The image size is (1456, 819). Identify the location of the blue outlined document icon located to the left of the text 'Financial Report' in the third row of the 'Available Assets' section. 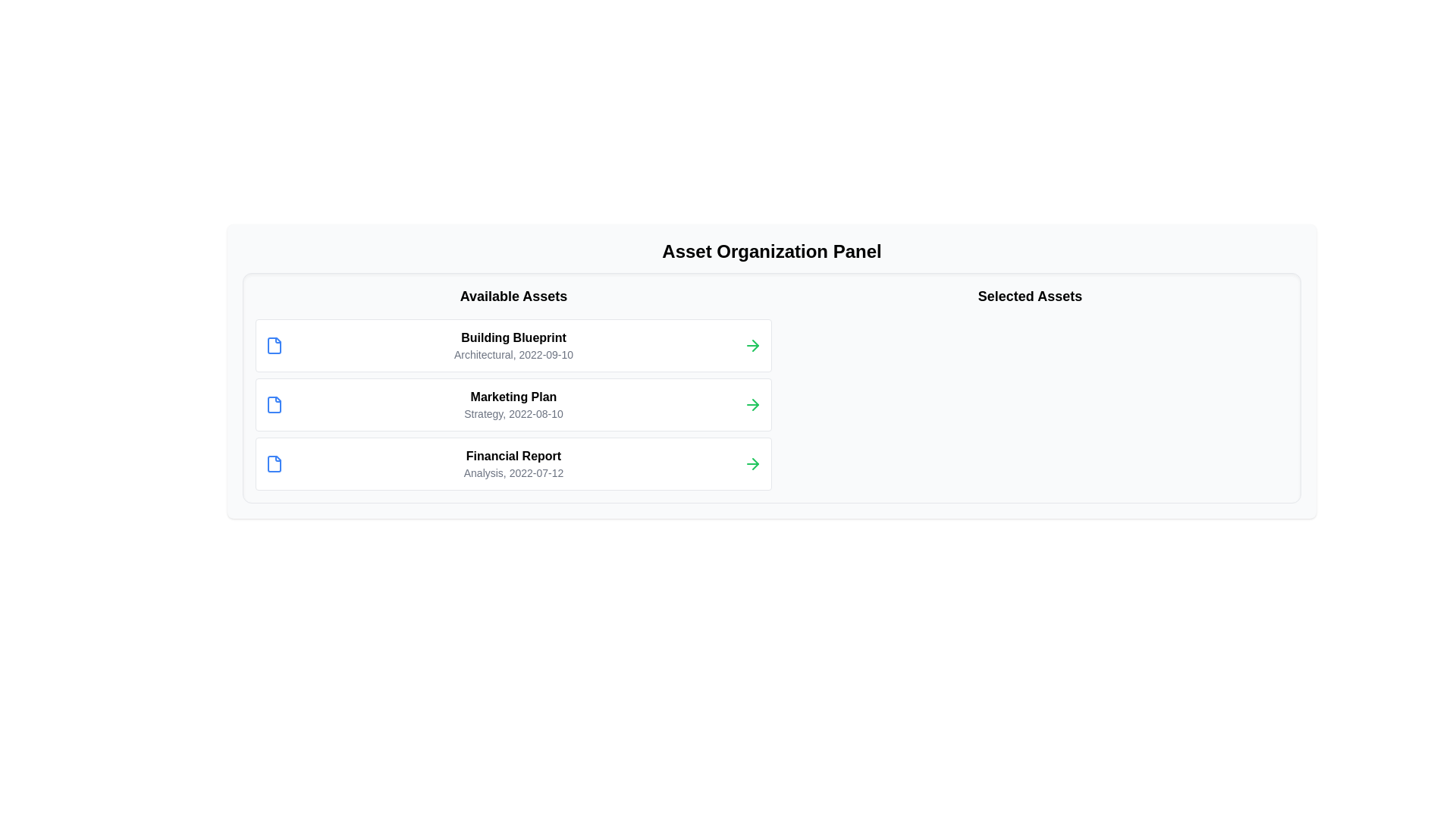
(274, 463).